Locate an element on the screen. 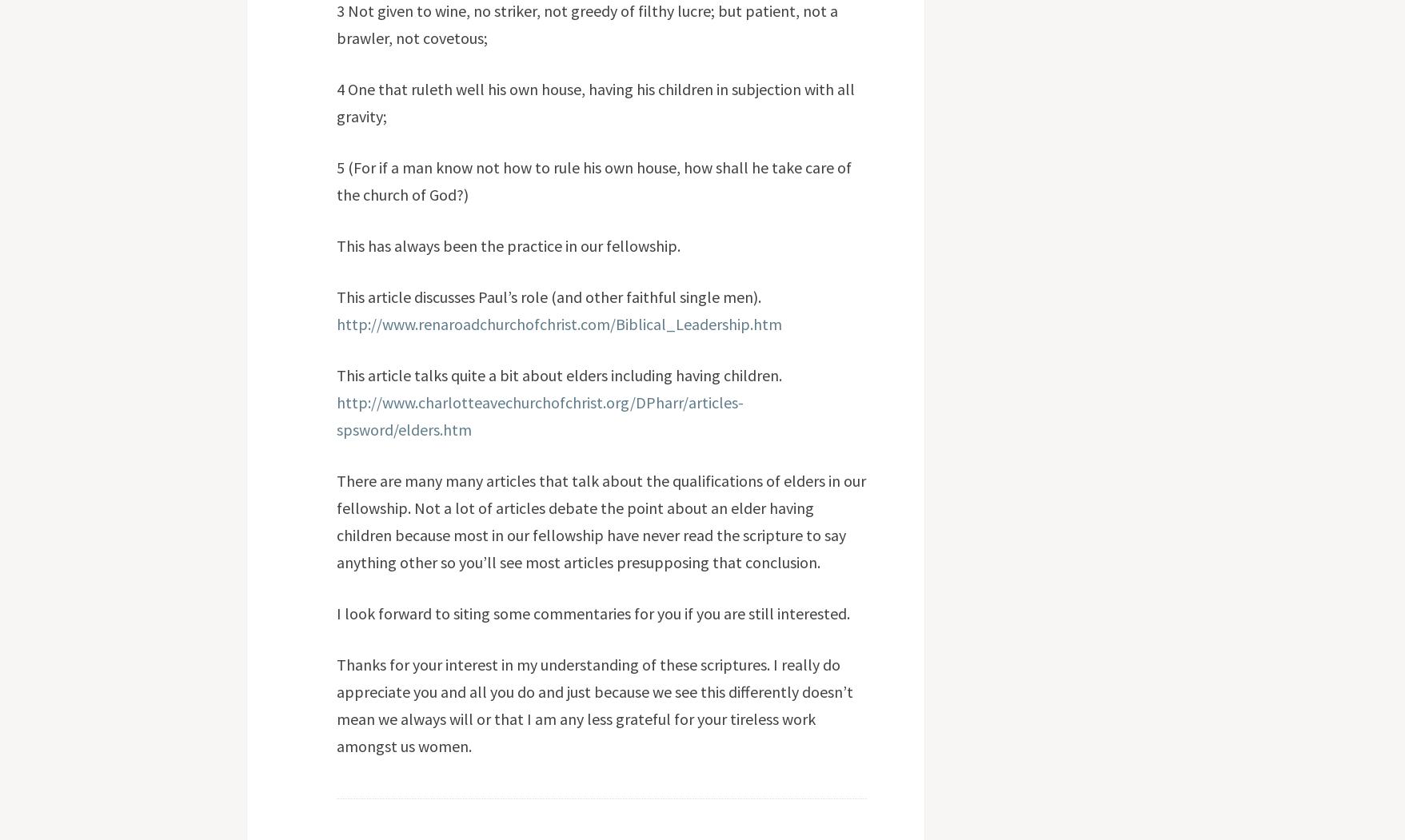 This screenshot has height=840, width=1405. 'This has always been the practice in our fellowship.' is located at coordinates (506, 244).